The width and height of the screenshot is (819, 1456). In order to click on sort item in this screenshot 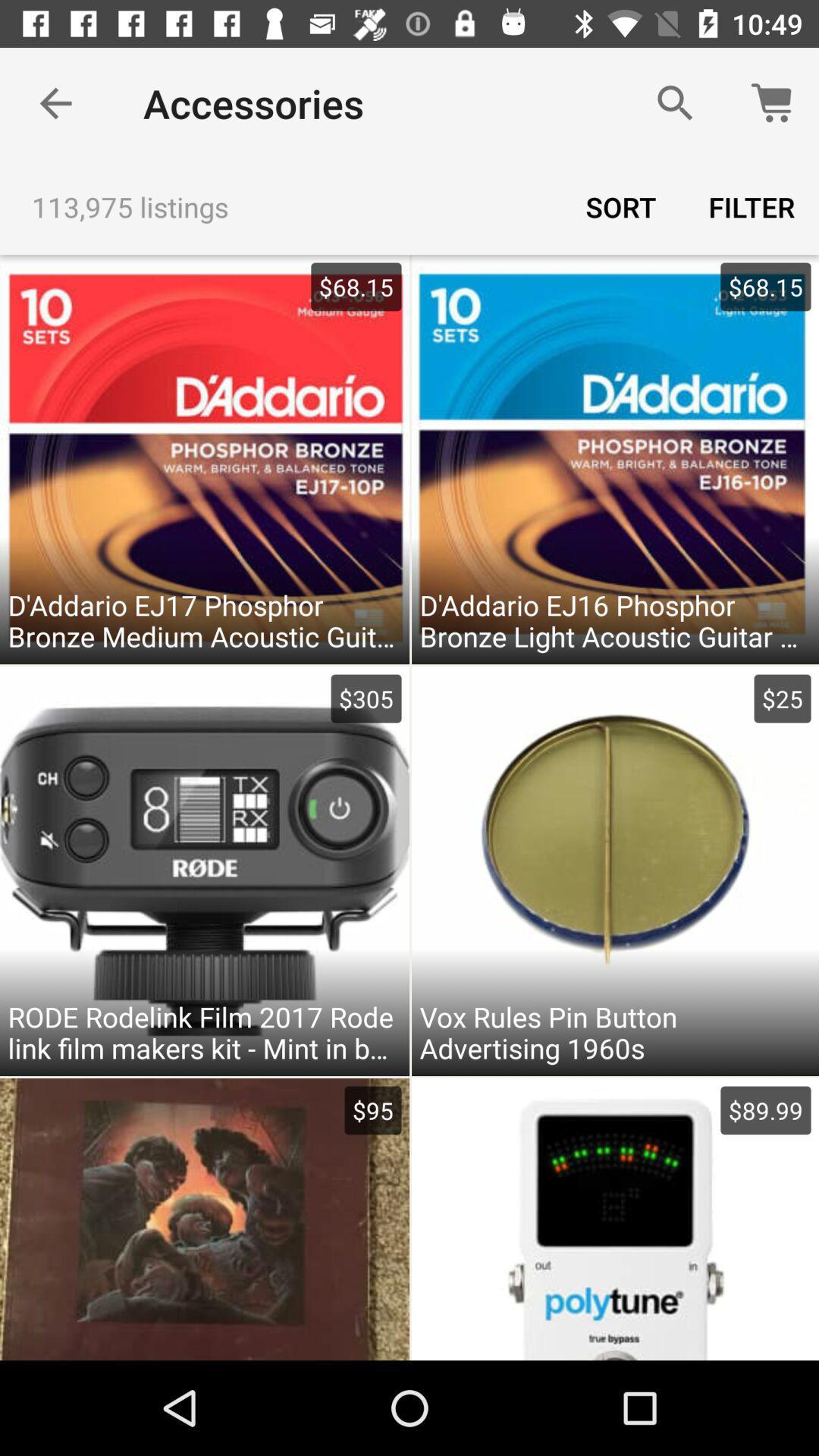, I will do `click(620, 206)`.